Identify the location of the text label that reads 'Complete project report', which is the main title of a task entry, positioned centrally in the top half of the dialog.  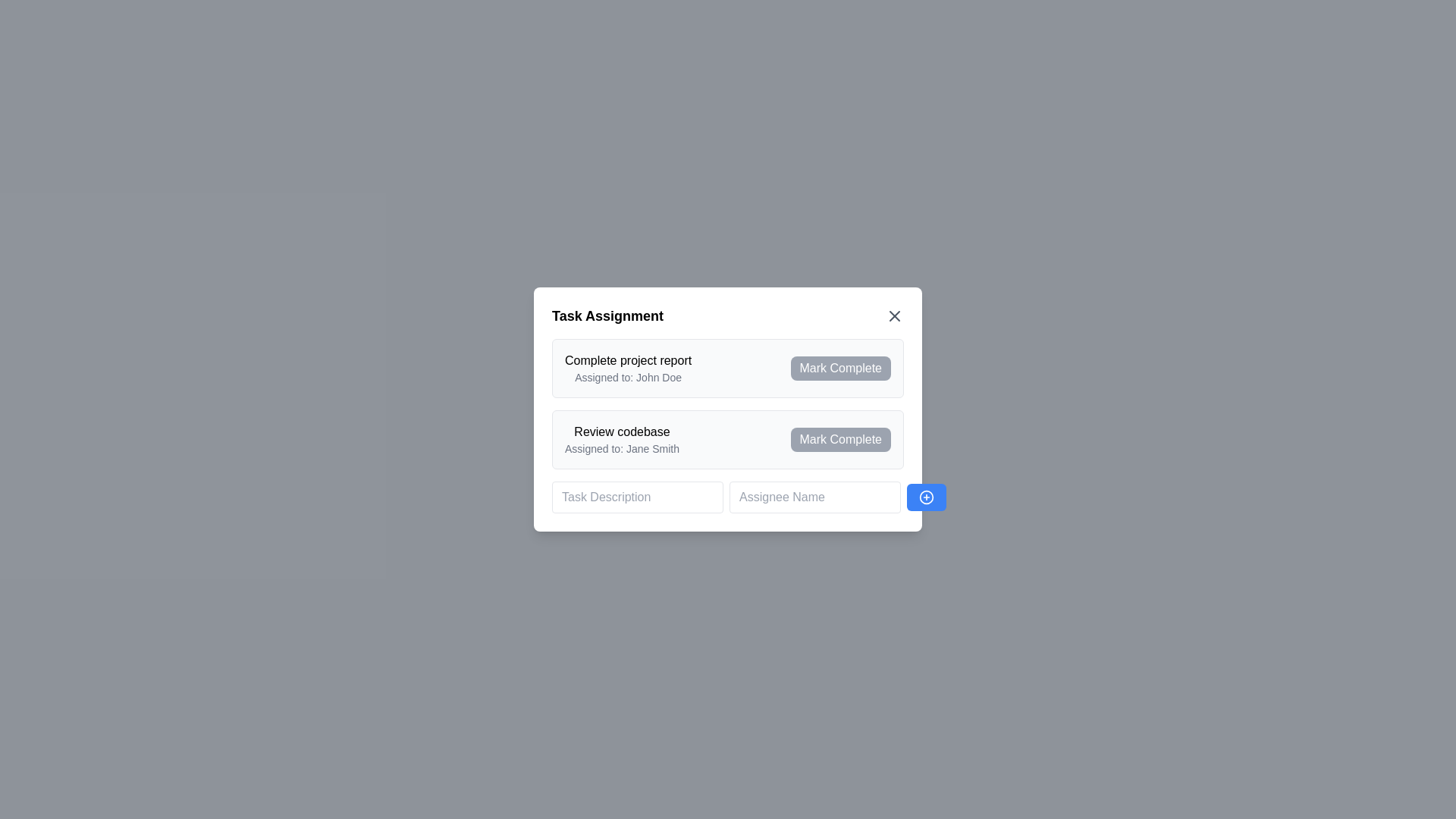
(628, 360).